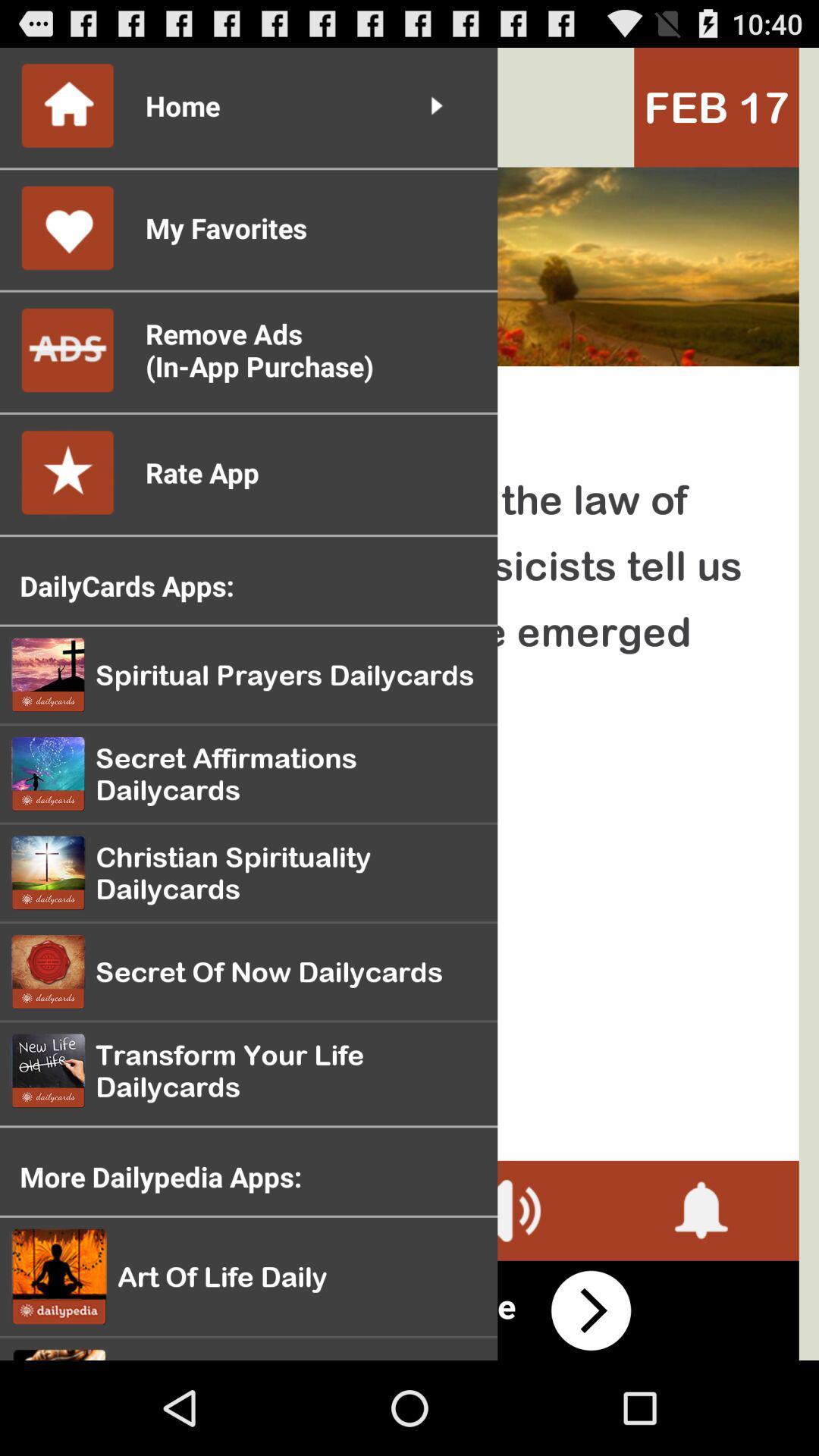 This screenshot has width=819, height=1456. What do you see at coordinates (116, 1294) in the screenshot?
I see `the close icon` at bounding box center [116, 1294].